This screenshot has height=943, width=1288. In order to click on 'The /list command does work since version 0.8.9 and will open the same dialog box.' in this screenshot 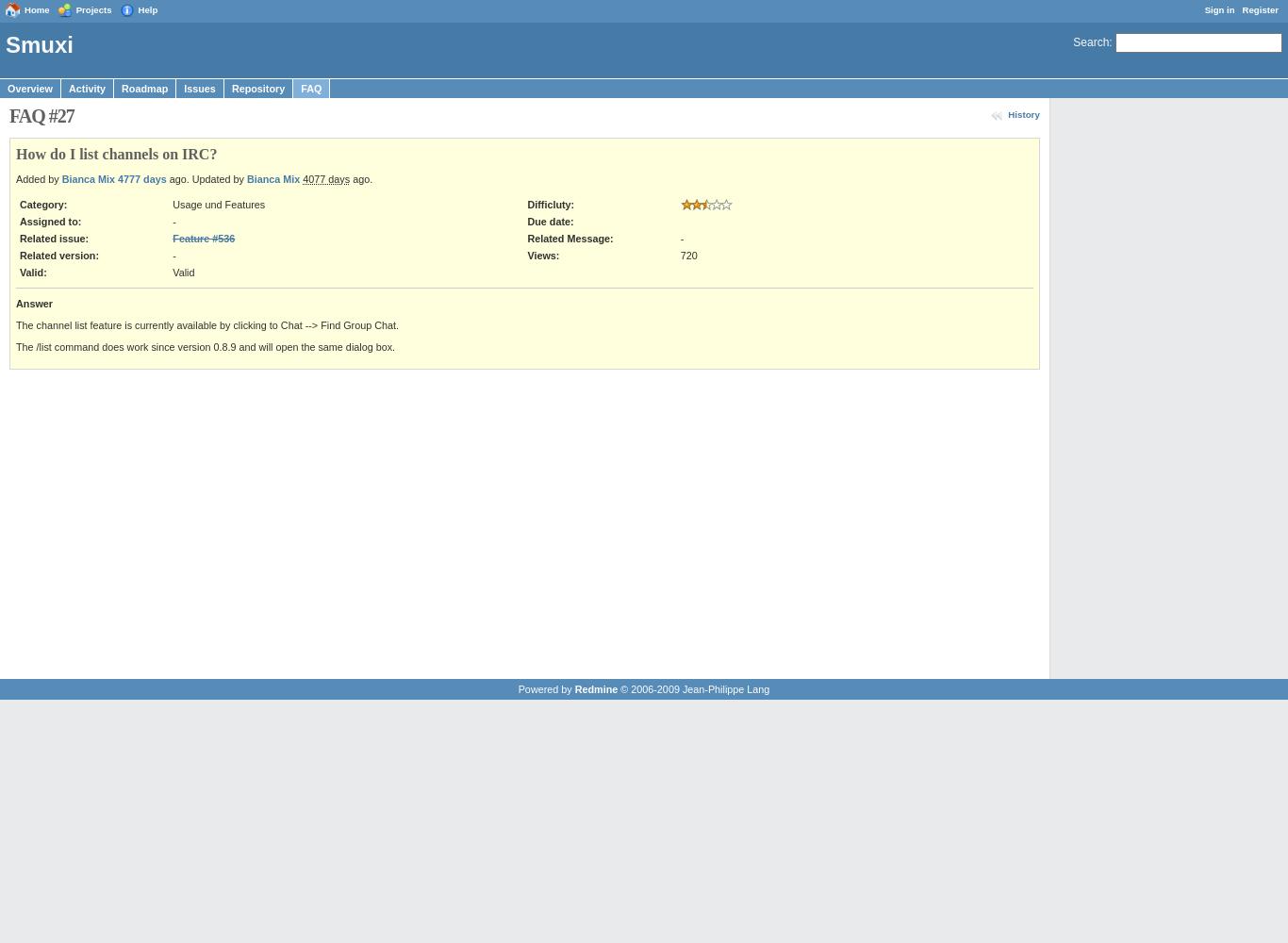, I will do `click(205, 345)`.